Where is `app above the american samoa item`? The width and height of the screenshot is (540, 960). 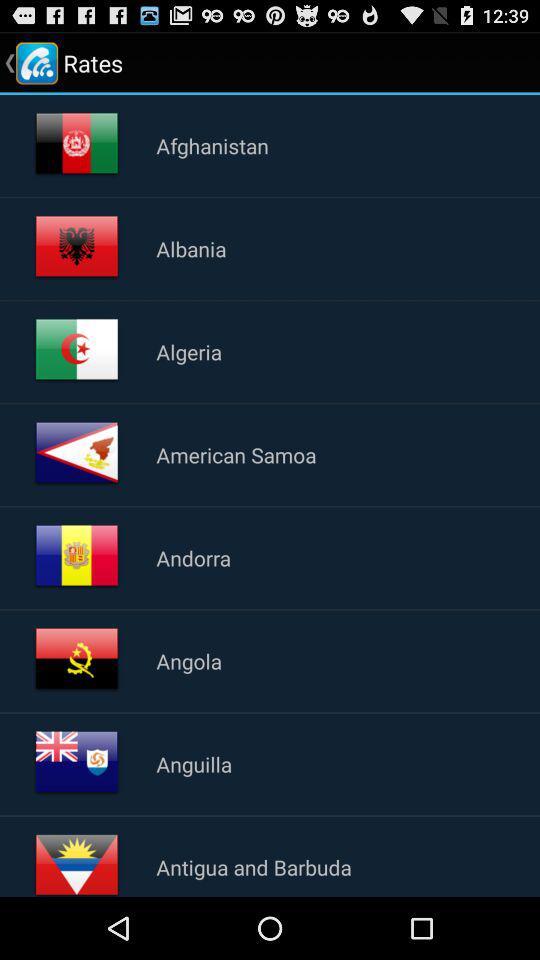
app above the american samoa item is located at coordinates (189, 351).